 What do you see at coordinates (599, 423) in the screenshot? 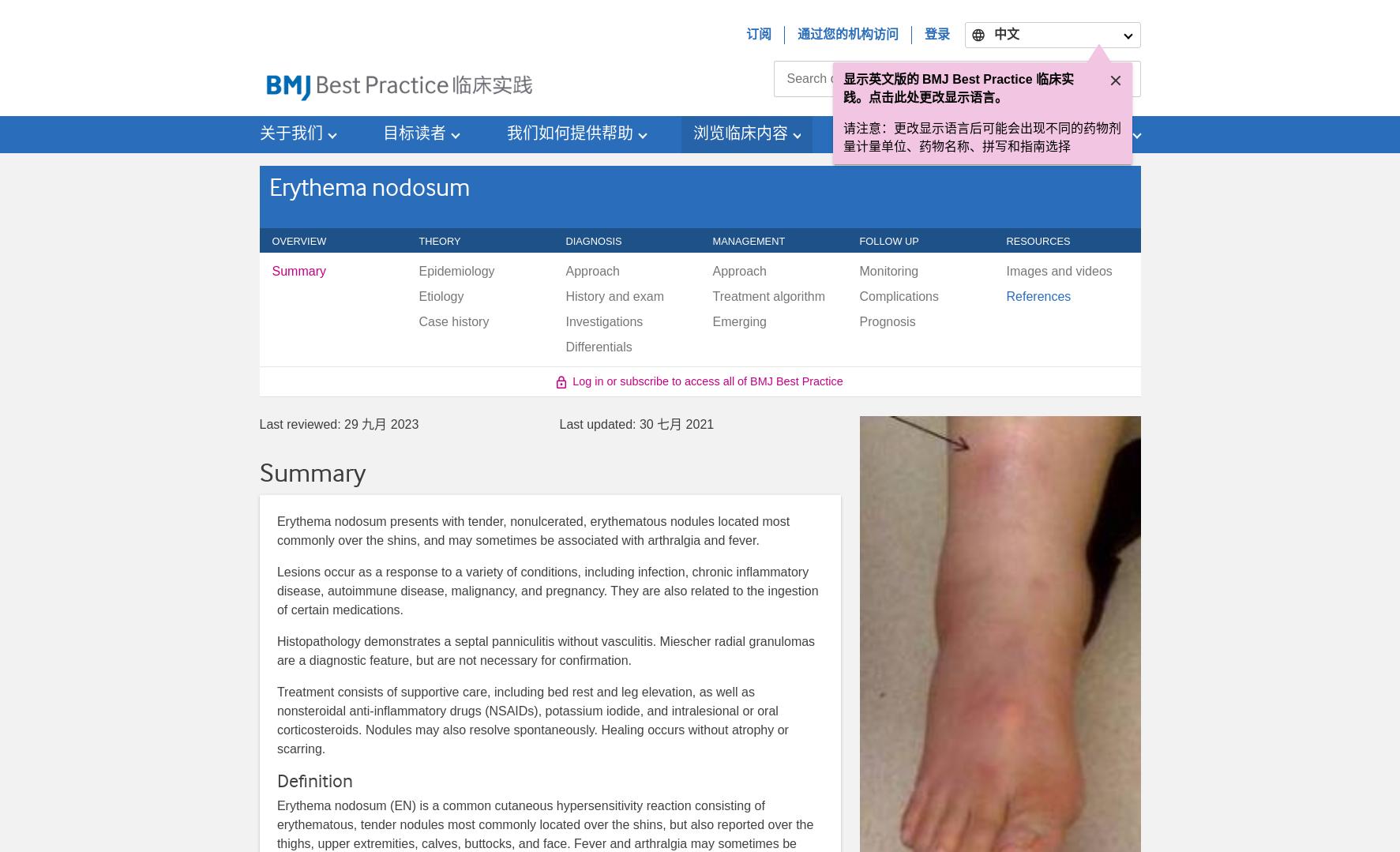
I see `'Last updated:'` at bounding box center [599, 423].